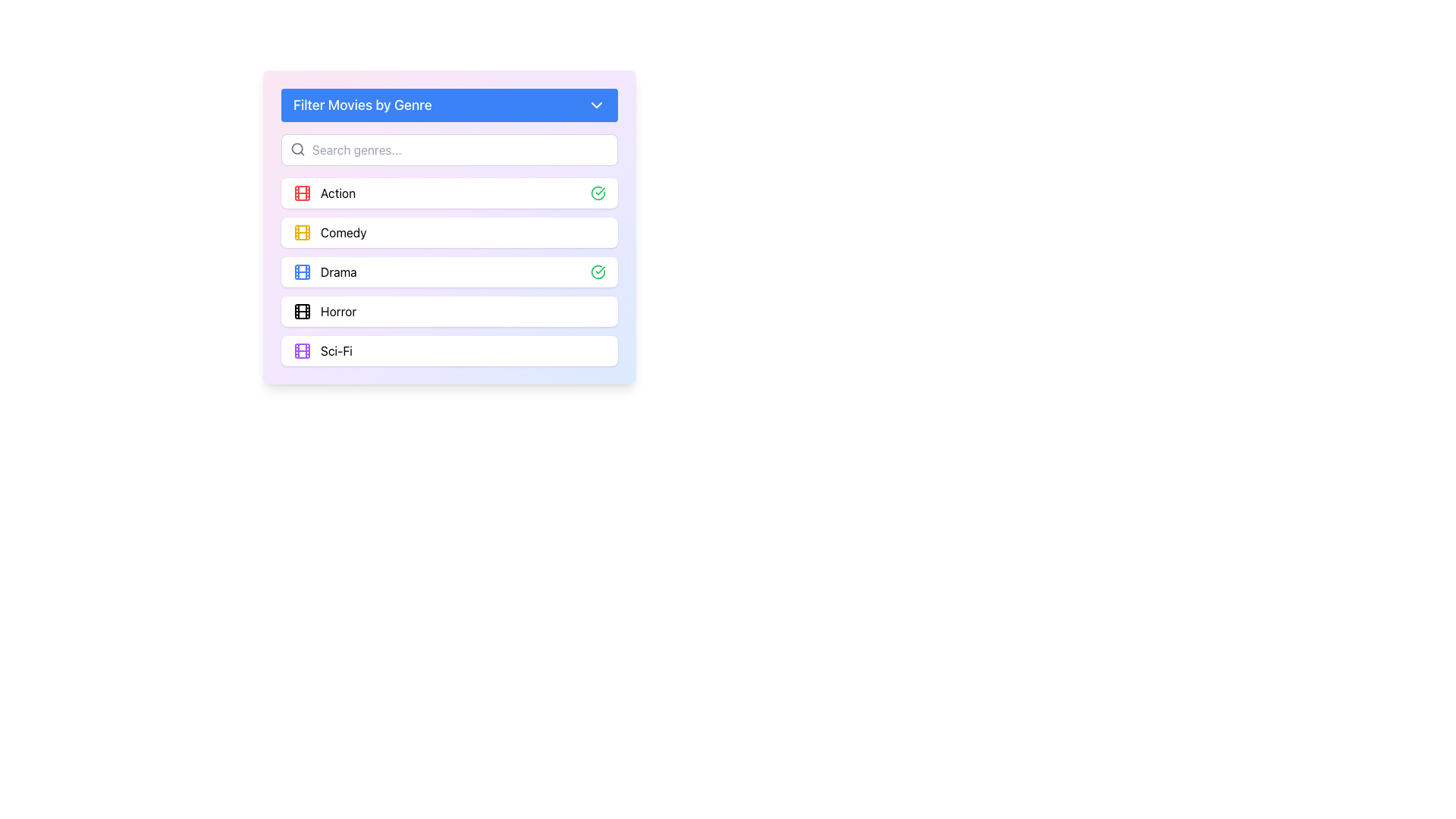  What do you see at coordinates (324, 311) in the screenshot?
I see `the text label with the word 'Horror' and the adjacent film strip icon, which is the fourth item in the vertical list of genre options` at bounding box center [324, 311].